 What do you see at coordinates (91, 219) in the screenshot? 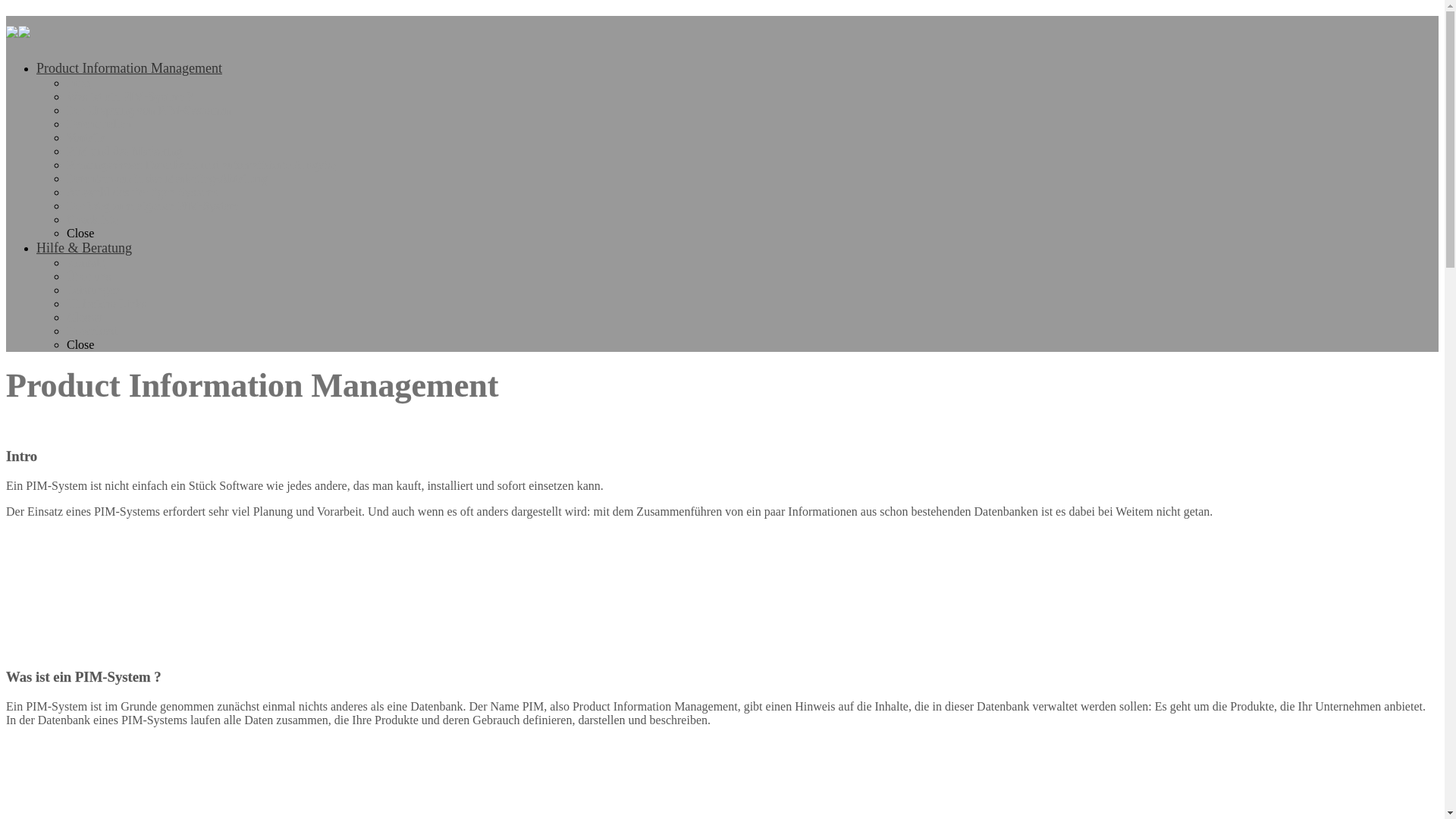
I see `'Checkliste'` at bounding box center [91, 219].